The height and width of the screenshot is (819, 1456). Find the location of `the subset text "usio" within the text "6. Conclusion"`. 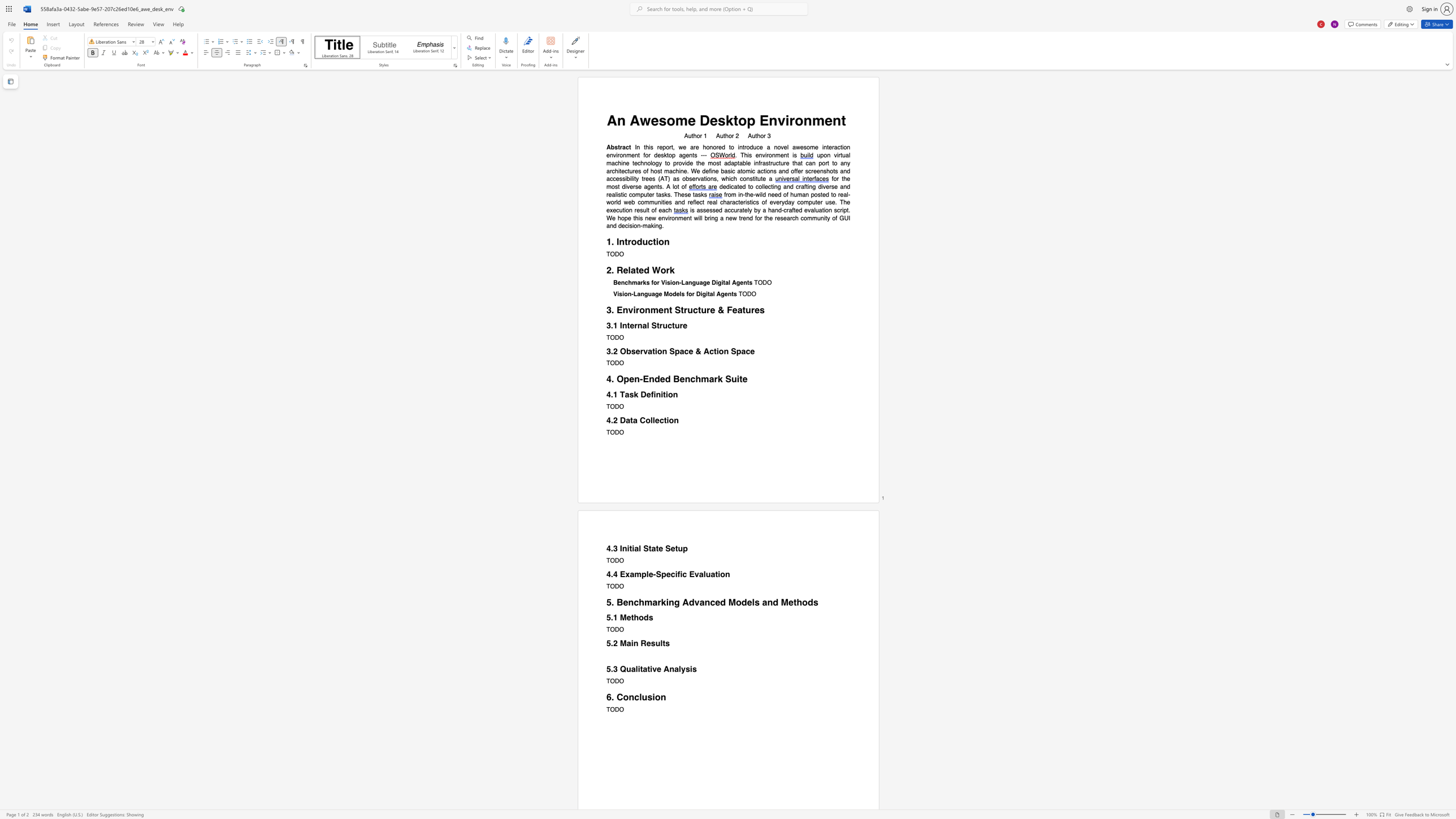

the subset text "usio" within the text "6. Conclusion" is located at coordinates (641, 696).